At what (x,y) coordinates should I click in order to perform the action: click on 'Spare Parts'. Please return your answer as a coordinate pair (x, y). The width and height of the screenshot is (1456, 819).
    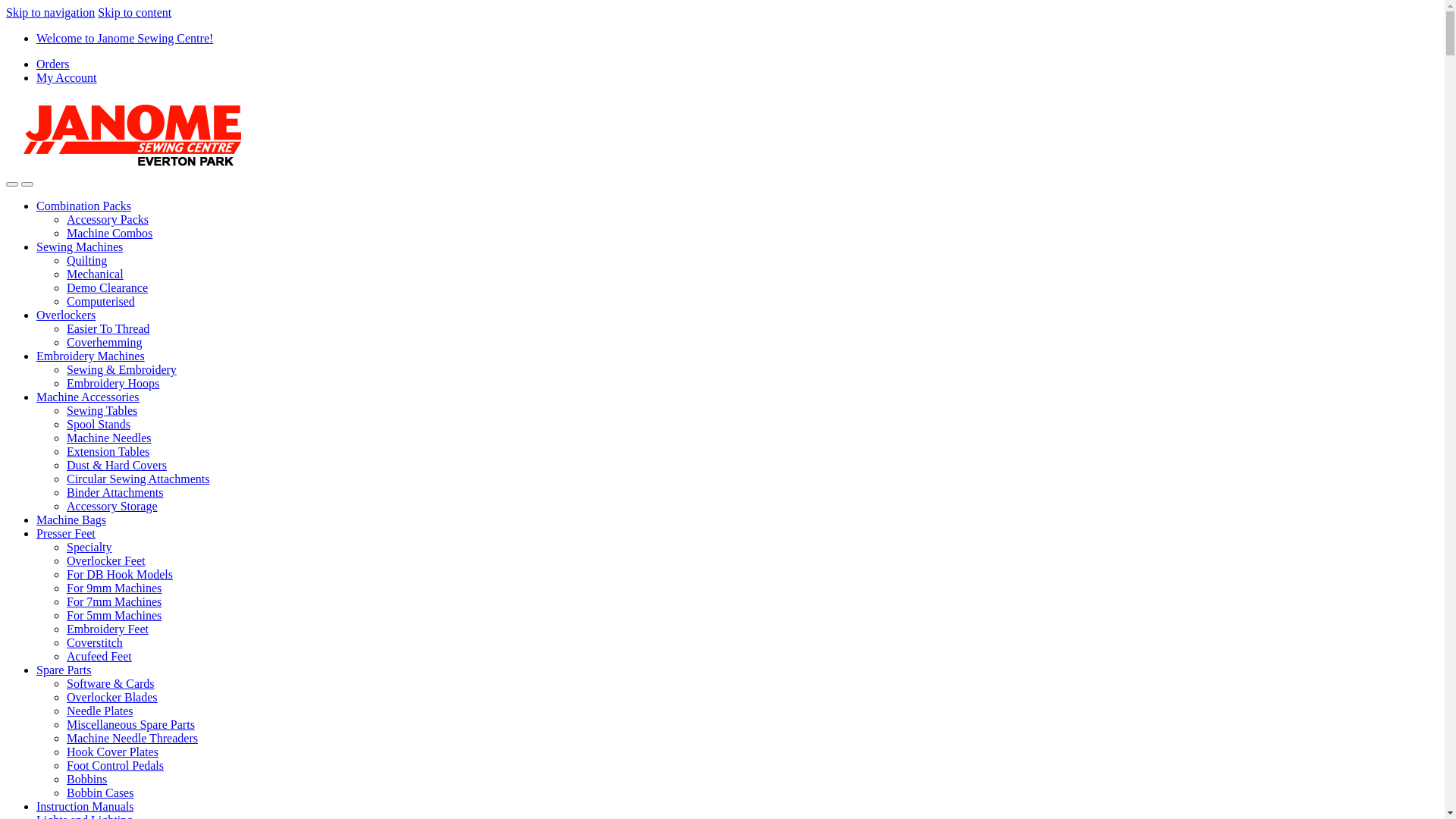
    Looking at the image, I should click on (36, 669).